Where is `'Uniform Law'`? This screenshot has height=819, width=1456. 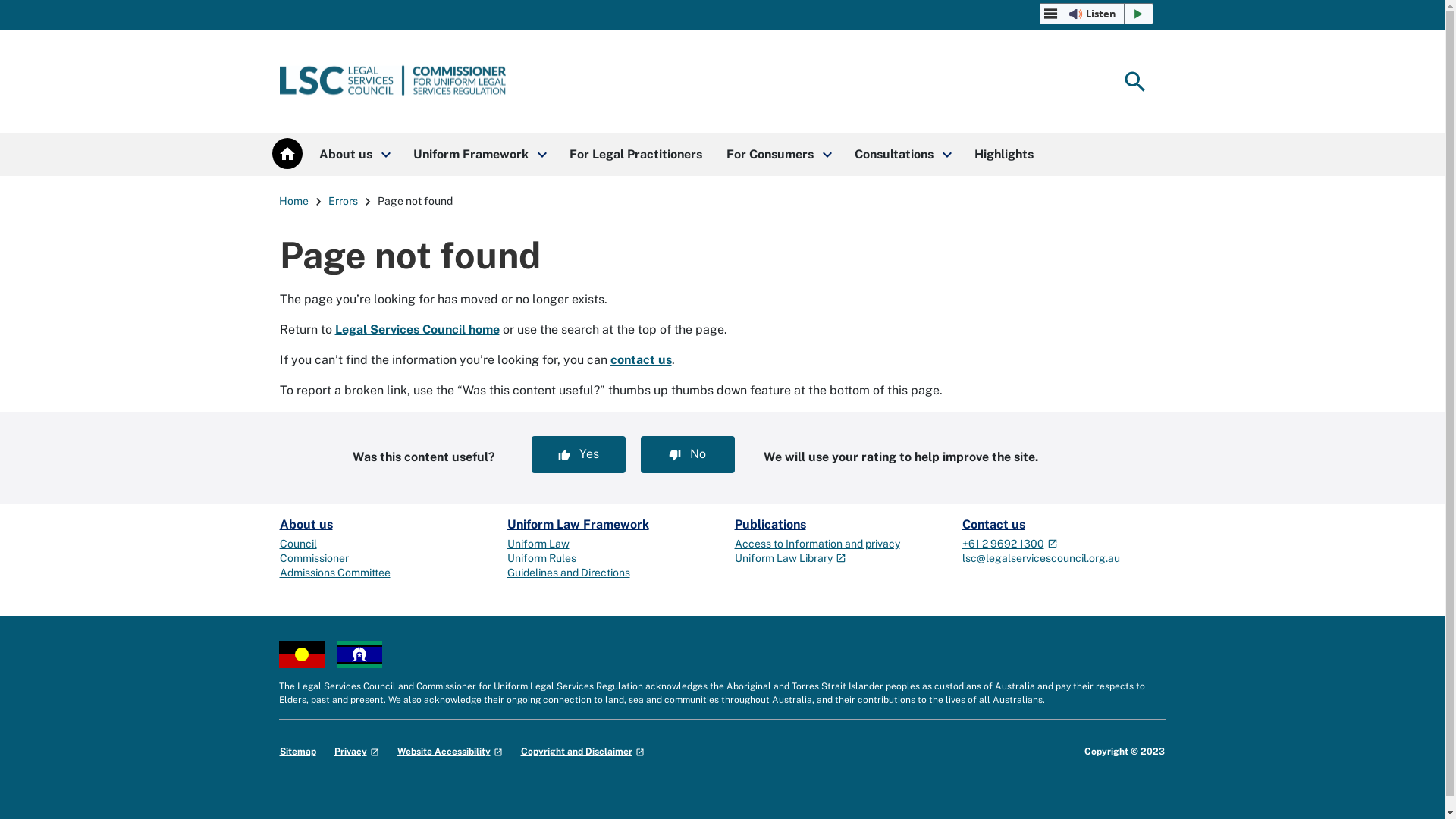 'Uniform Law' is located at coordinates (538, 543).